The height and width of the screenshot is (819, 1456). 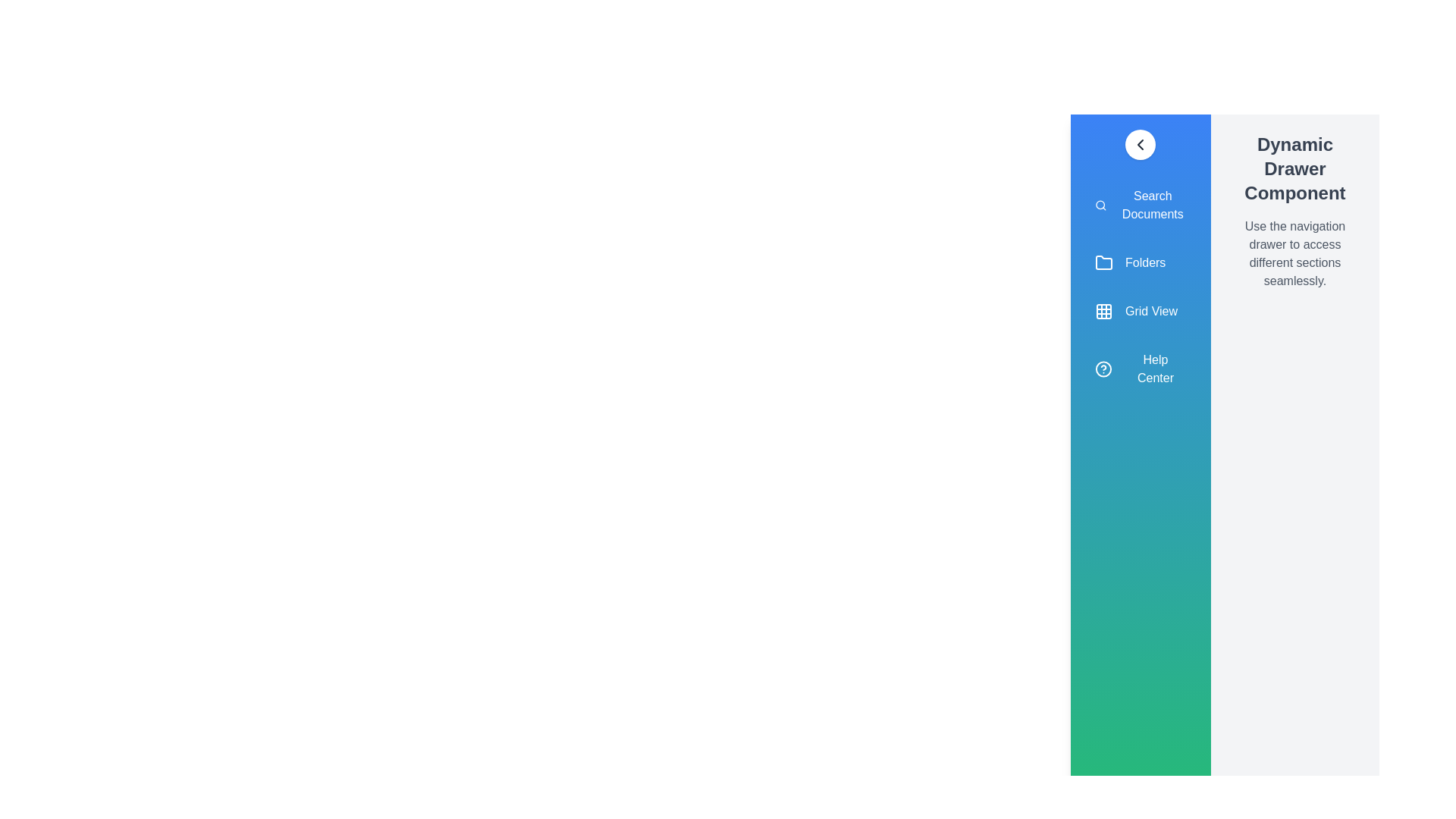 I want to click on the menu item Search Documents, so click(x=1140, y=205).